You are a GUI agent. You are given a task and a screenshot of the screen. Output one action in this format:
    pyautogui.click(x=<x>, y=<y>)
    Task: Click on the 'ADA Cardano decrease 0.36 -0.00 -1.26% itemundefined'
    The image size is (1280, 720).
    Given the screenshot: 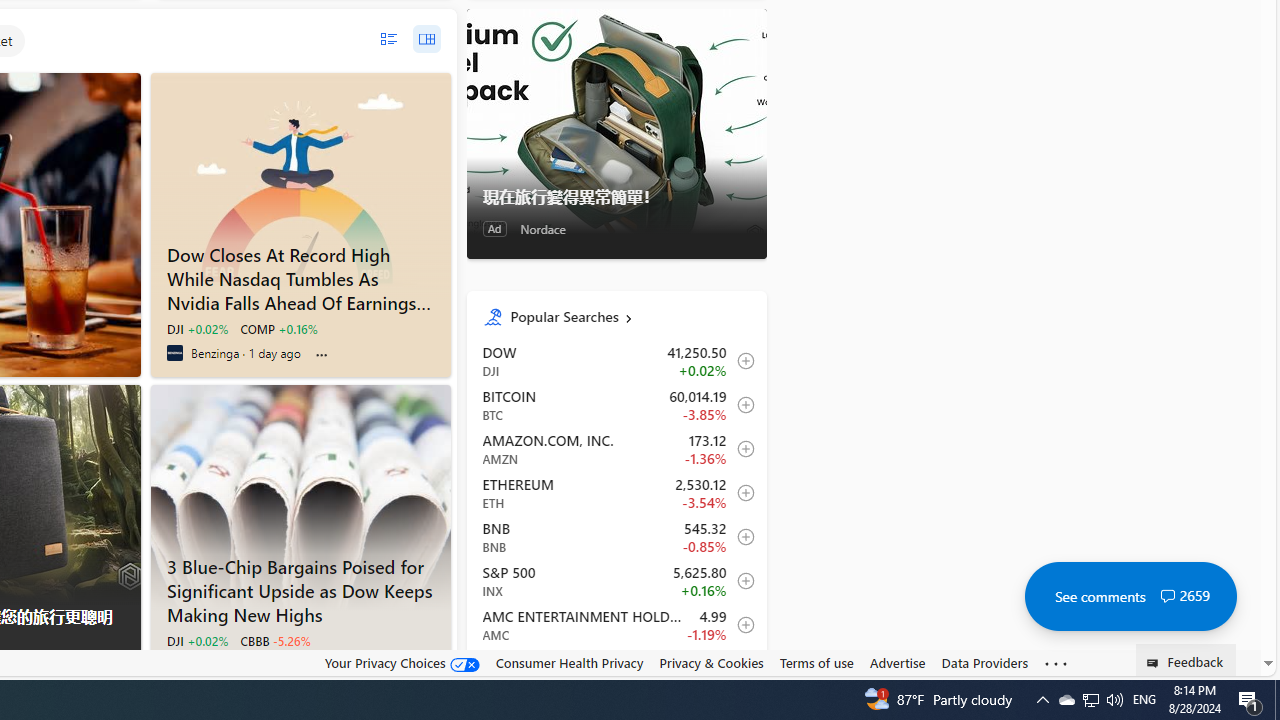 What is the action you would take?
    pyautogui.click(x=615, y=669)
    